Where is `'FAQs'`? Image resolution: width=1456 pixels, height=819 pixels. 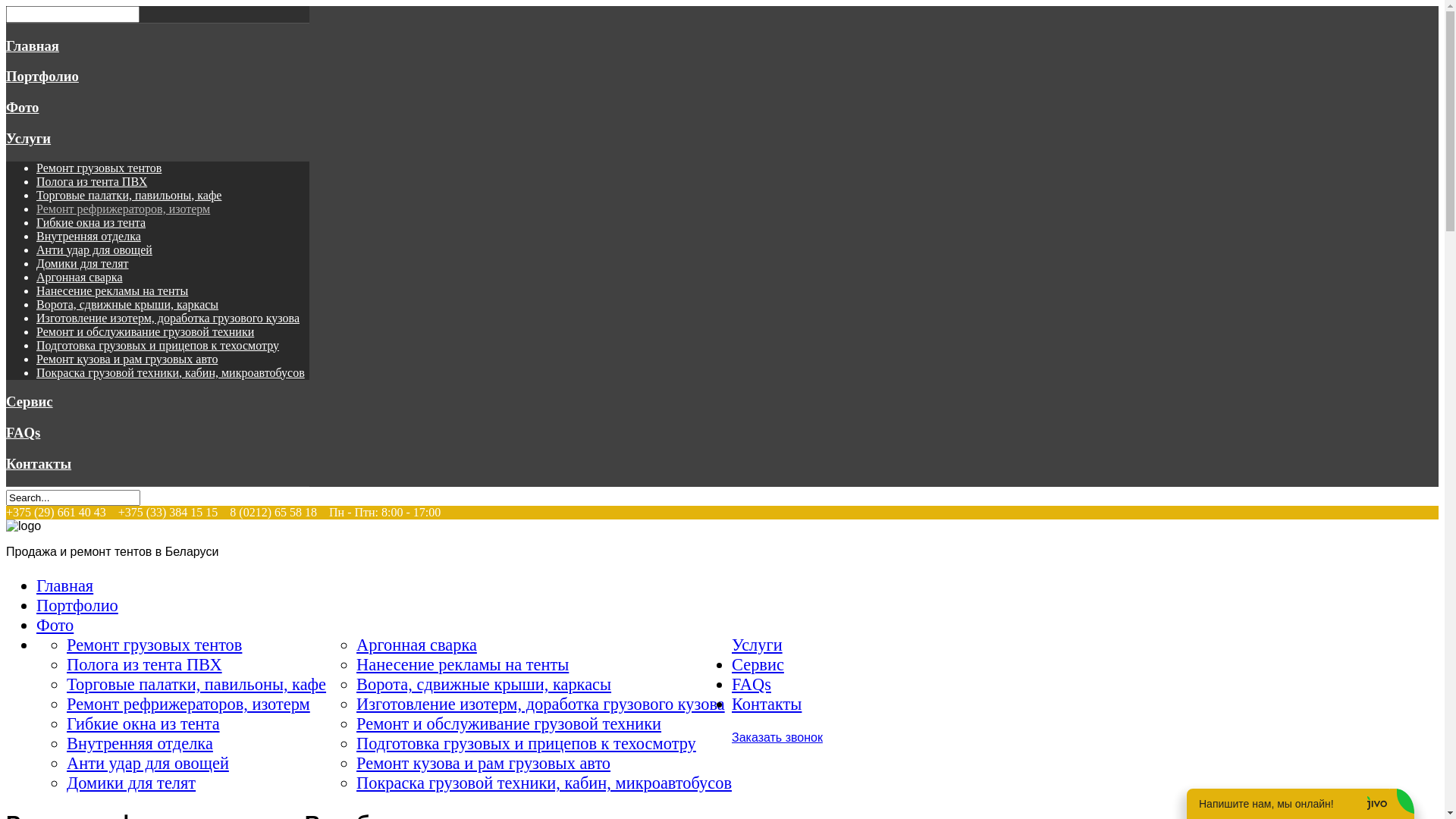 'FAQs' is located at coordinates (751, 684).